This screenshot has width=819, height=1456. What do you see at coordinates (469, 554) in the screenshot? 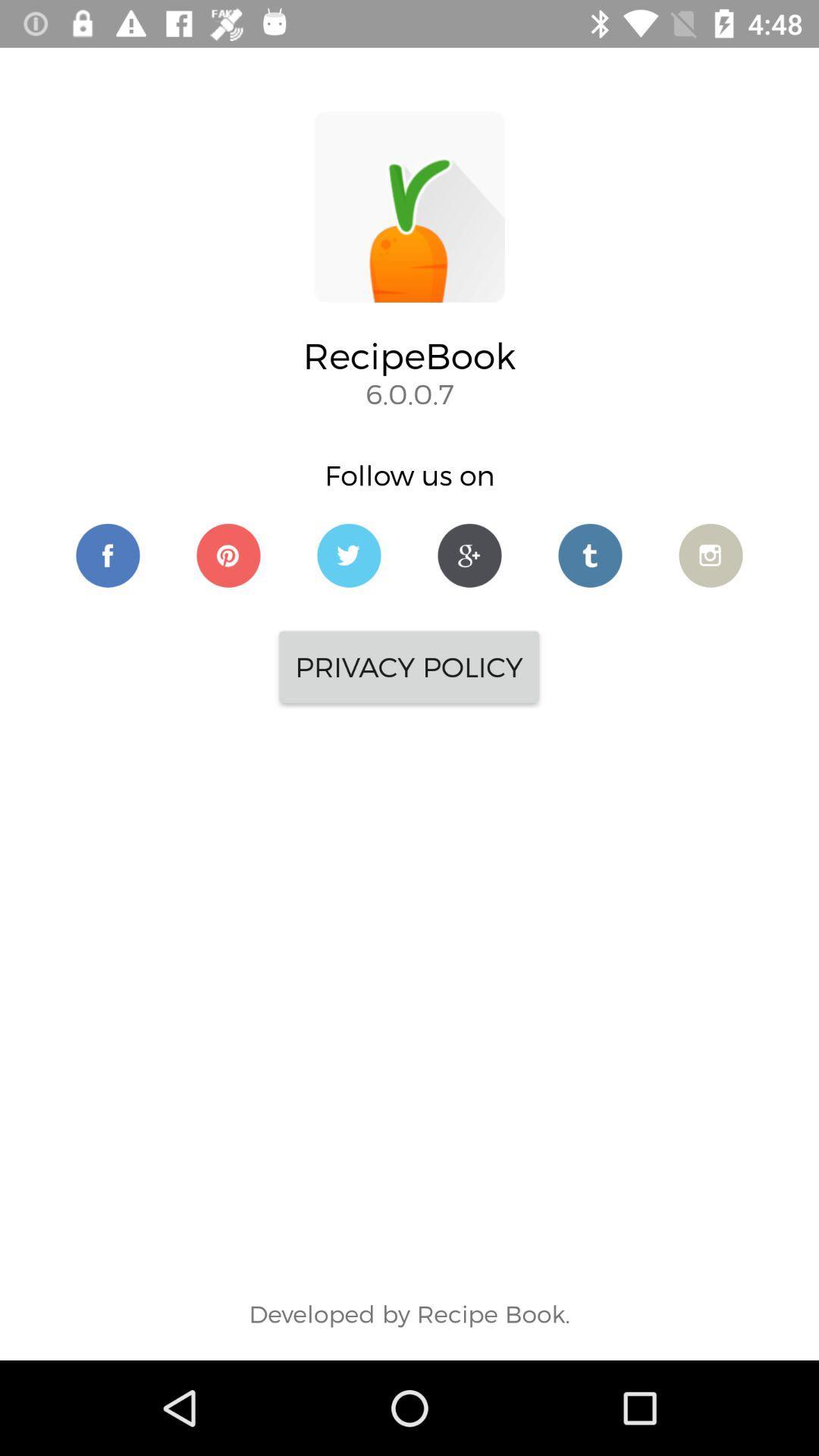
I see `google` at bounding box center [469, 554].